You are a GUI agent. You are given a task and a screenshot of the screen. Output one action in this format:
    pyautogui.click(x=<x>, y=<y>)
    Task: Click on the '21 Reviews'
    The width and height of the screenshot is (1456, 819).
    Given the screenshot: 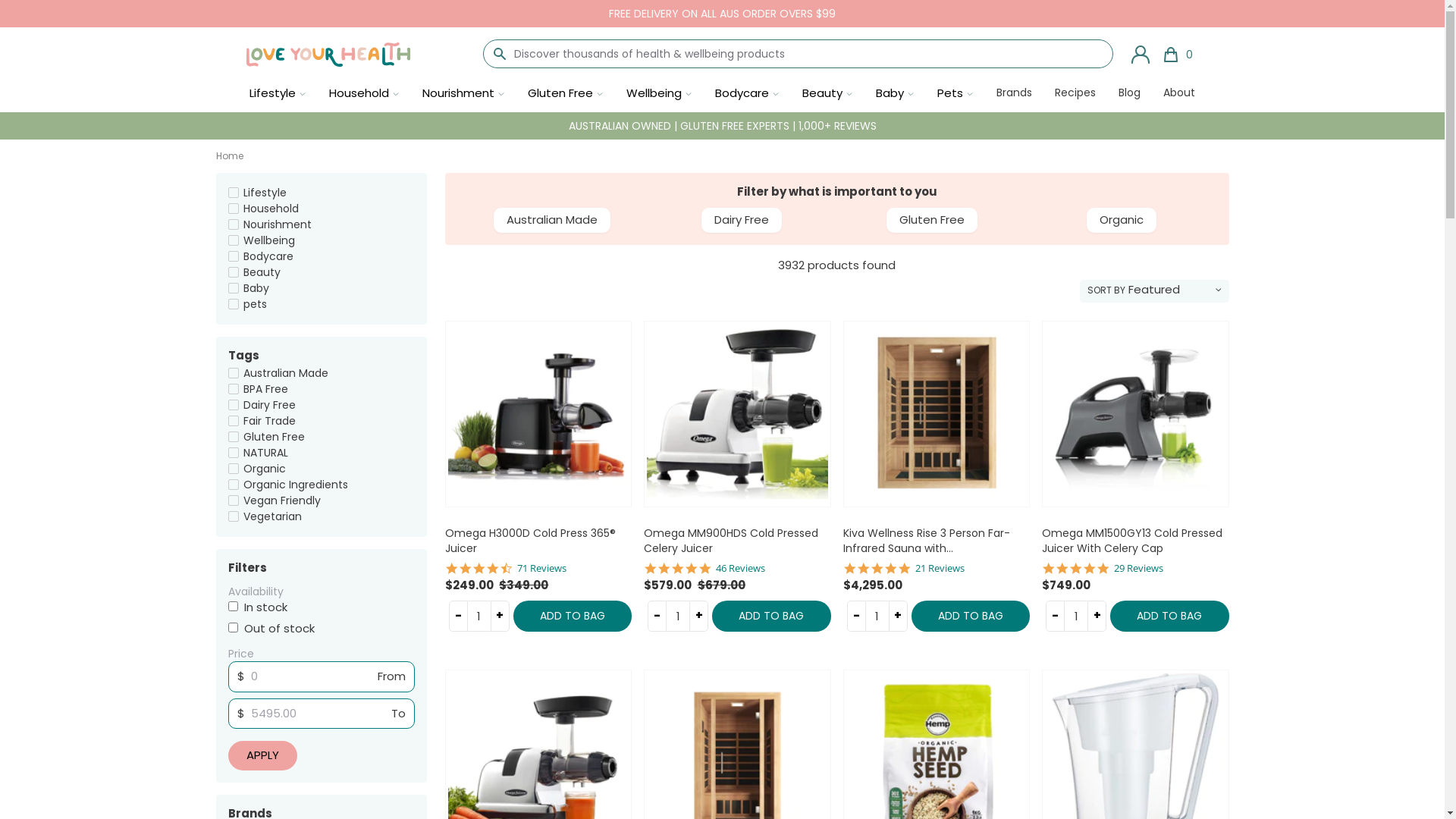 What is the action you would take?
    pyautogui.click(x=914, y=568)
    